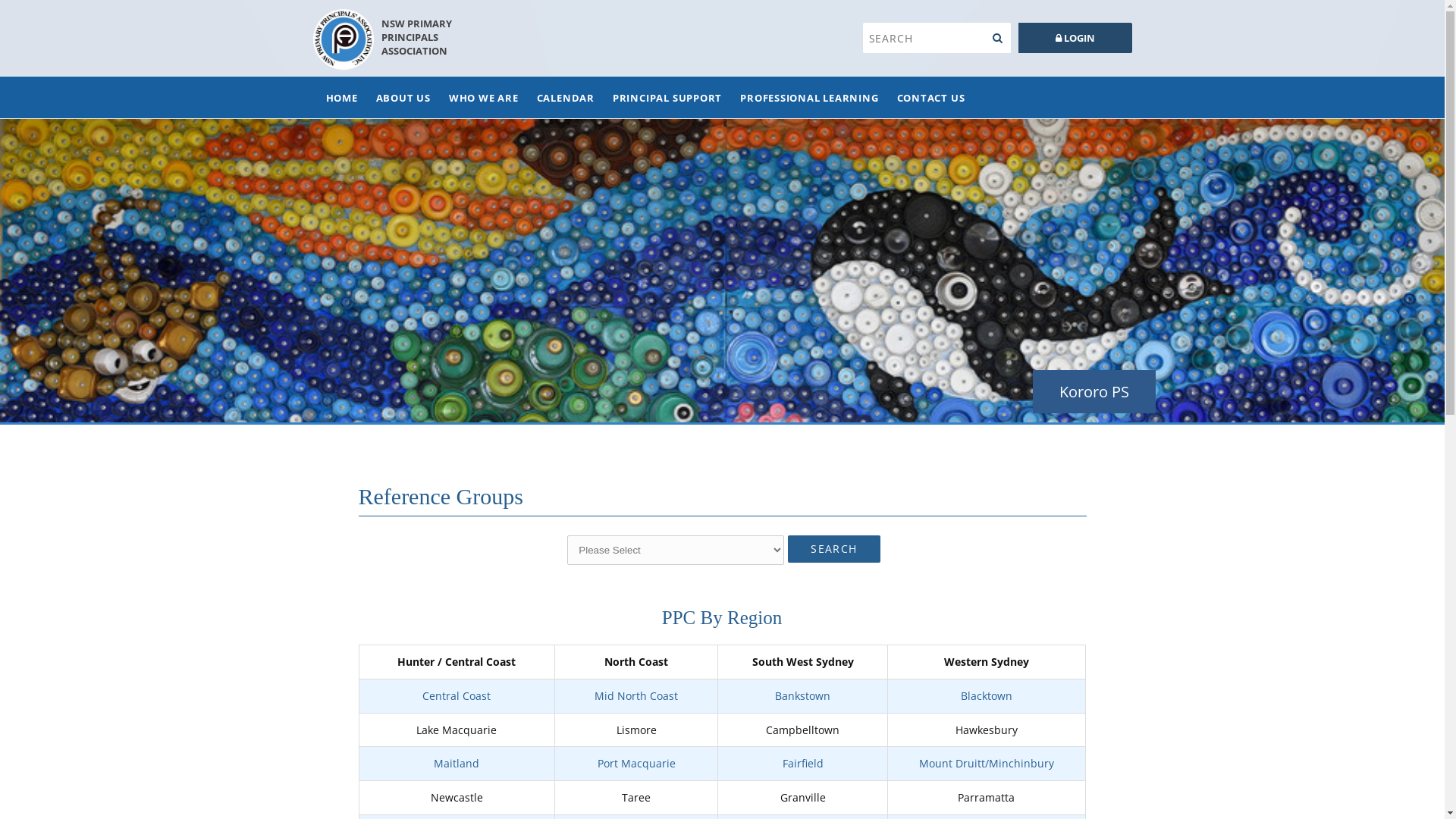  Describe the element at coordinates (483, 97) in the screenshot. I see `'WHO WE ARE'` at that location.